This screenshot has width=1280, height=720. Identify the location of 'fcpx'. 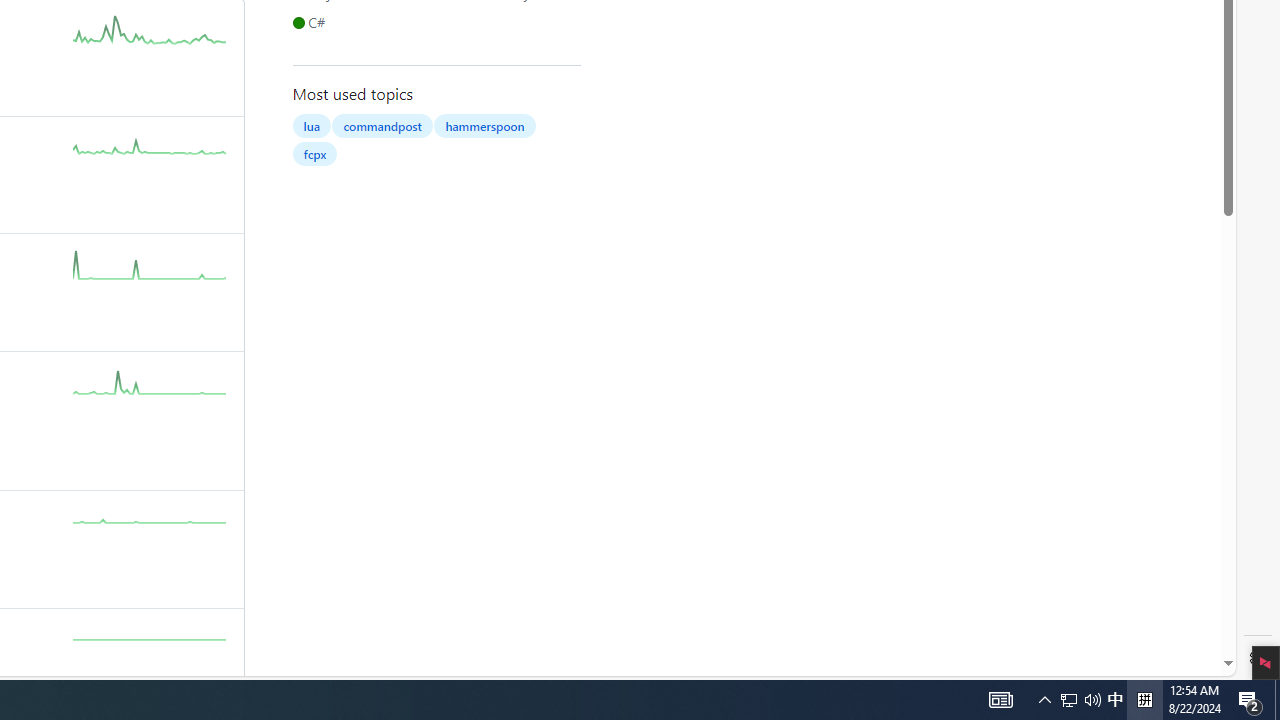
(313, 152).